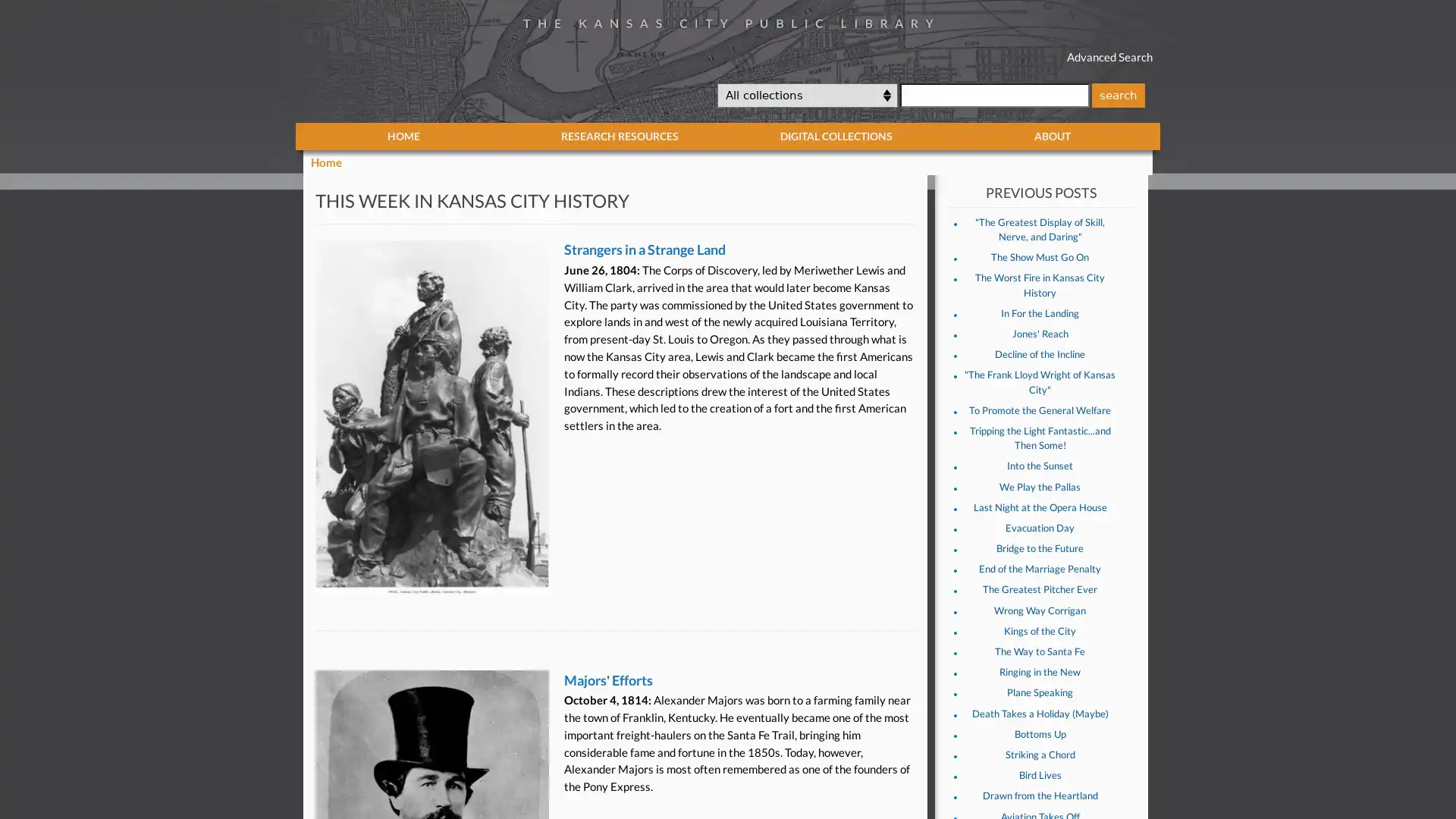  What do you see at coordinates (1117, 94) in the screenshot?
I see `search` at bounding box center [1117, 94].